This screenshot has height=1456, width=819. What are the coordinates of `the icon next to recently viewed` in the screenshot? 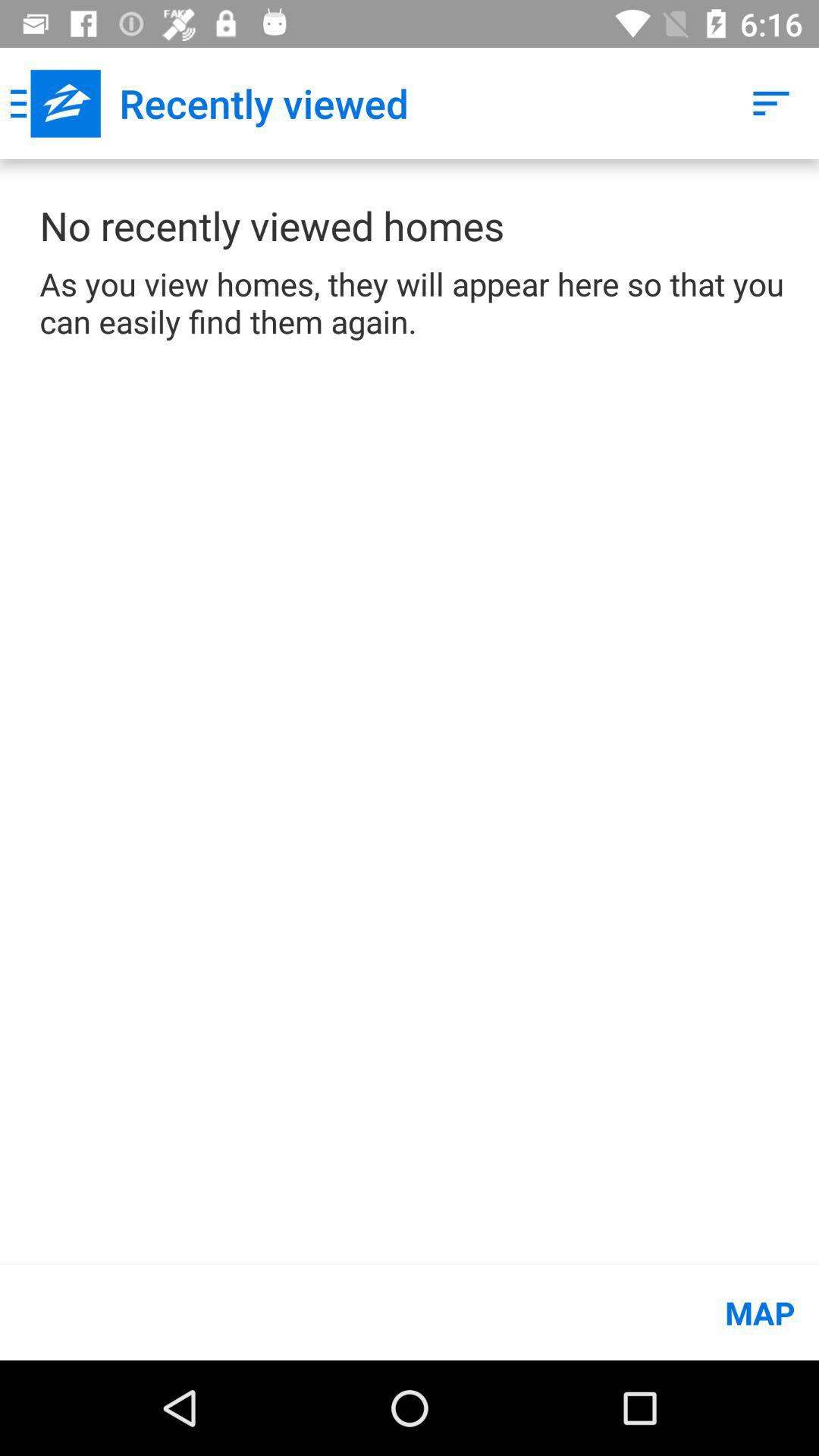 It's located at (55, 102).